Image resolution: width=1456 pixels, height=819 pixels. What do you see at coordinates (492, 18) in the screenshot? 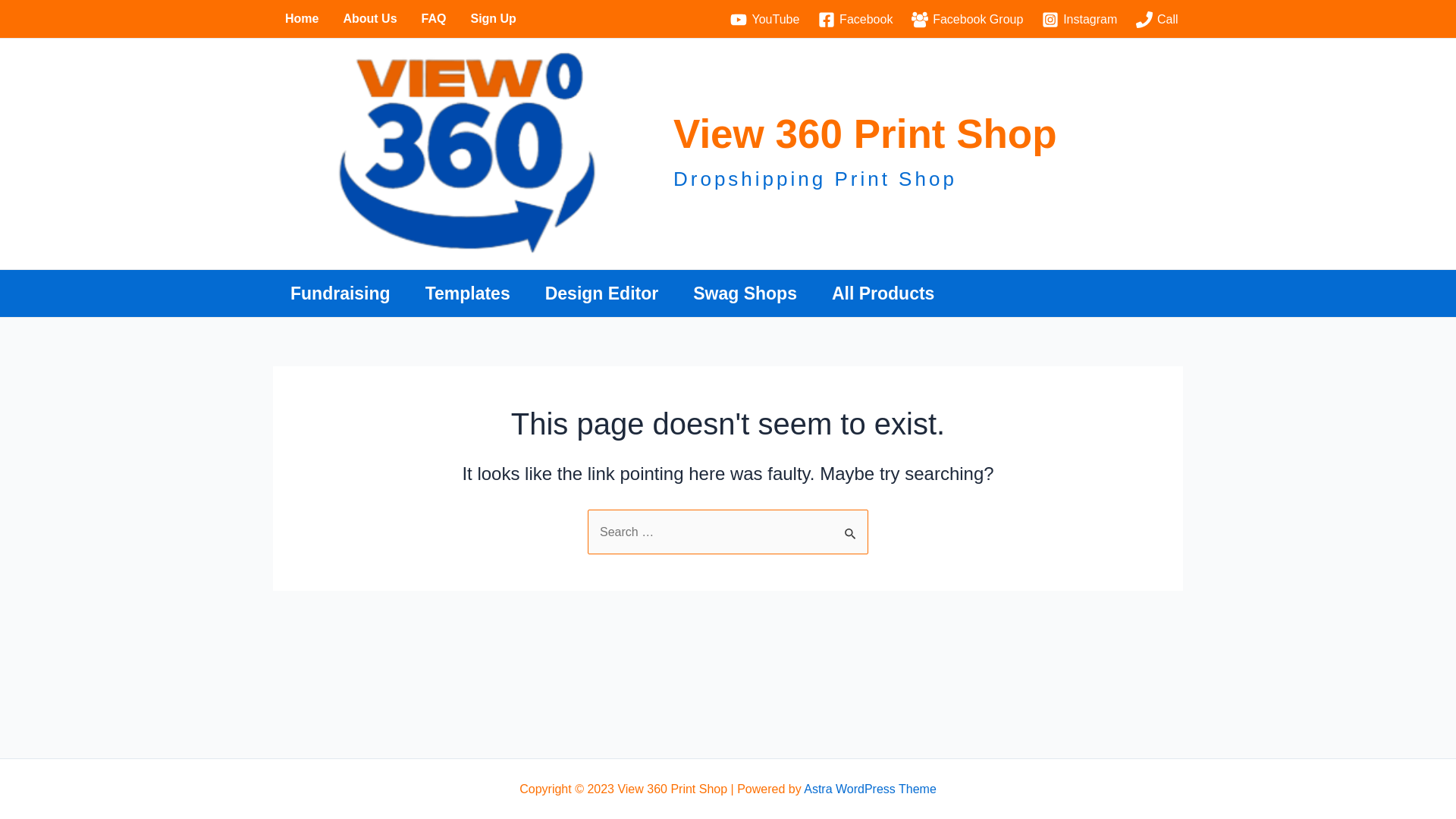
I see `'Sign Up'` at bounding box center [492, 18].